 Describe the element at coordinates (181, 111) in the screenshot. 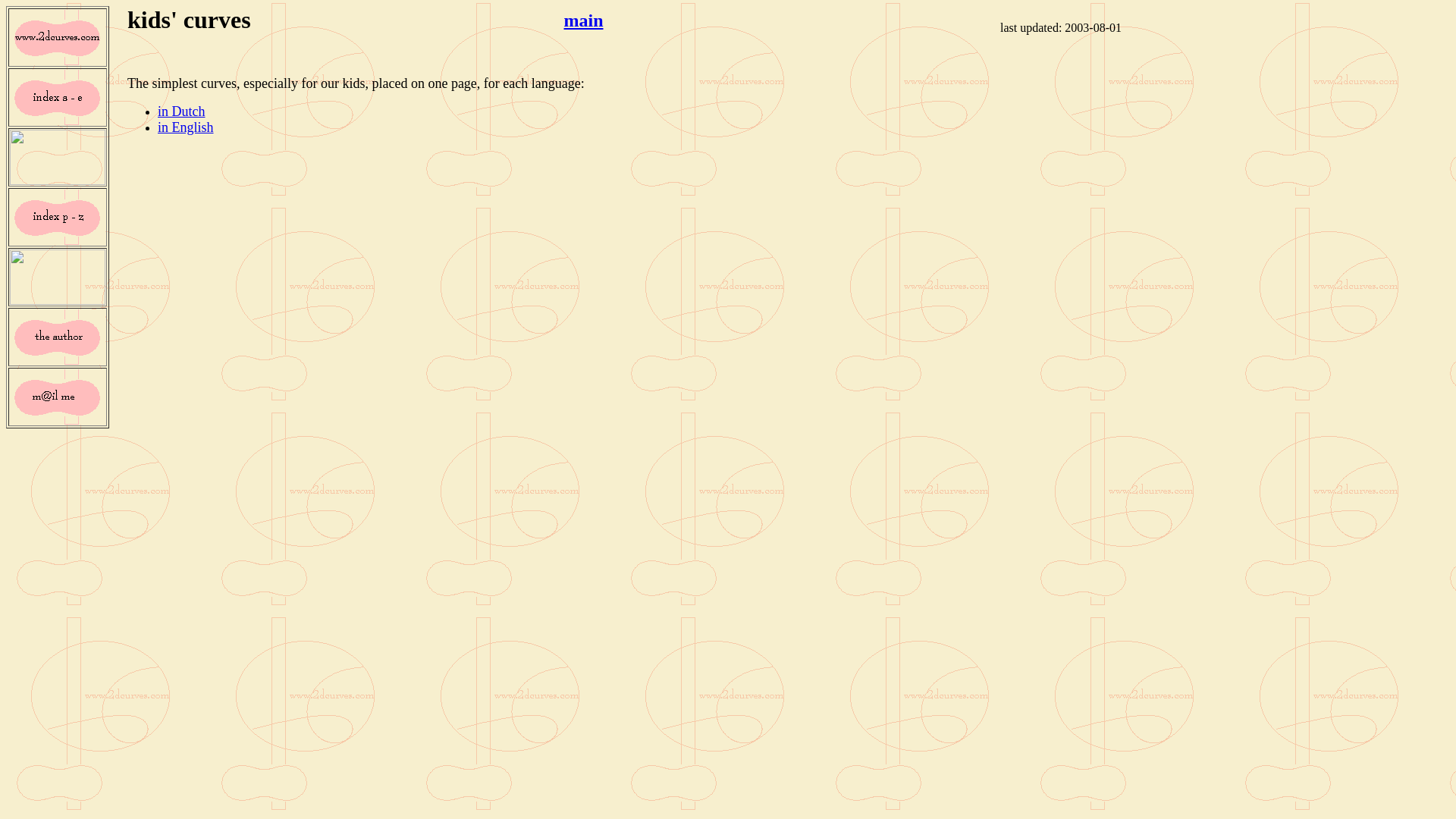

I see `'in Dutch'` at that location.